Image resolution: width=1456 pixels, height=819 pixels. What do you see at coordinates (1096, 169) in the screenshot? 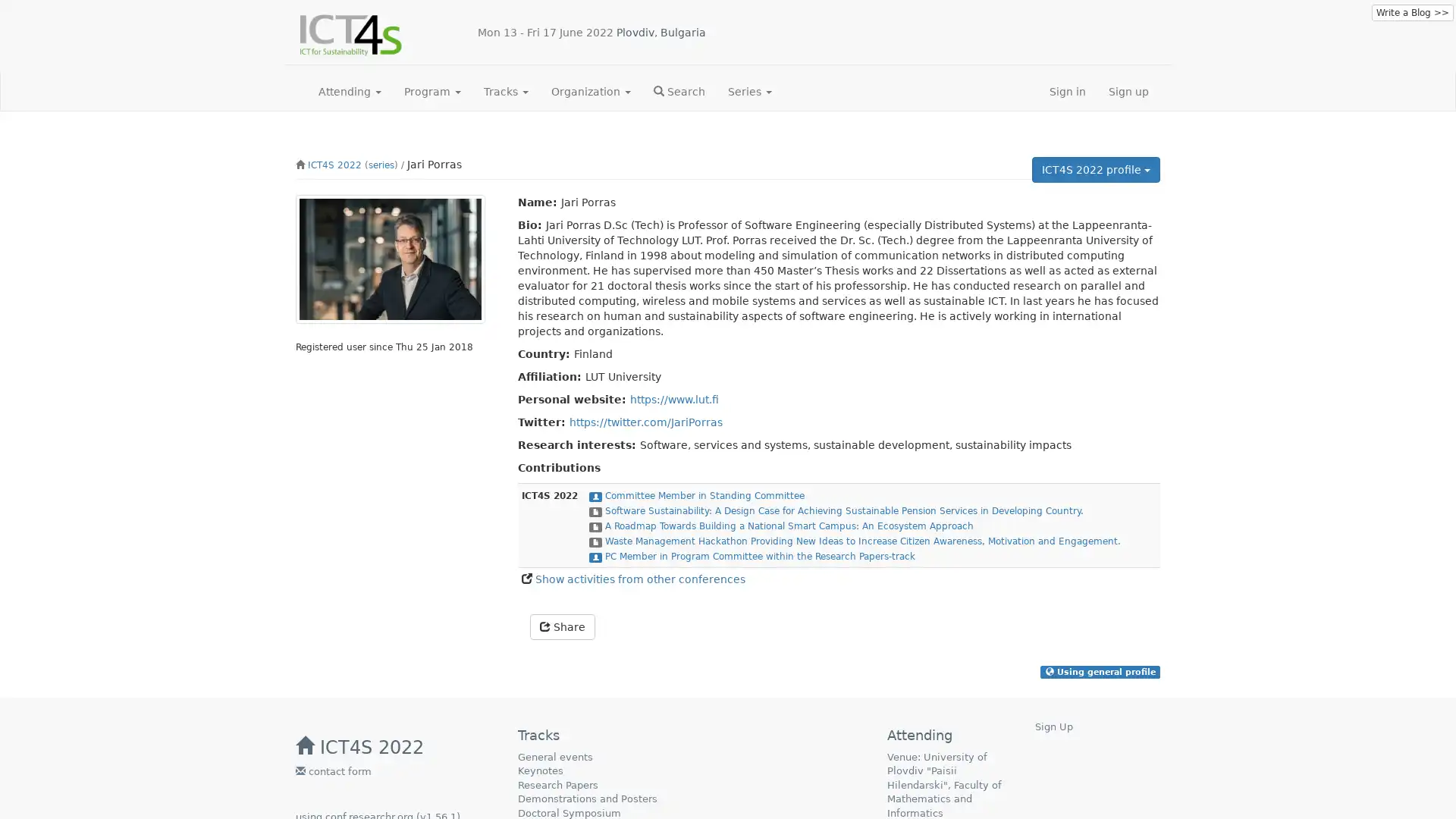
I see `ICT4S 2022 profile` at bounding box center [1096, 169].